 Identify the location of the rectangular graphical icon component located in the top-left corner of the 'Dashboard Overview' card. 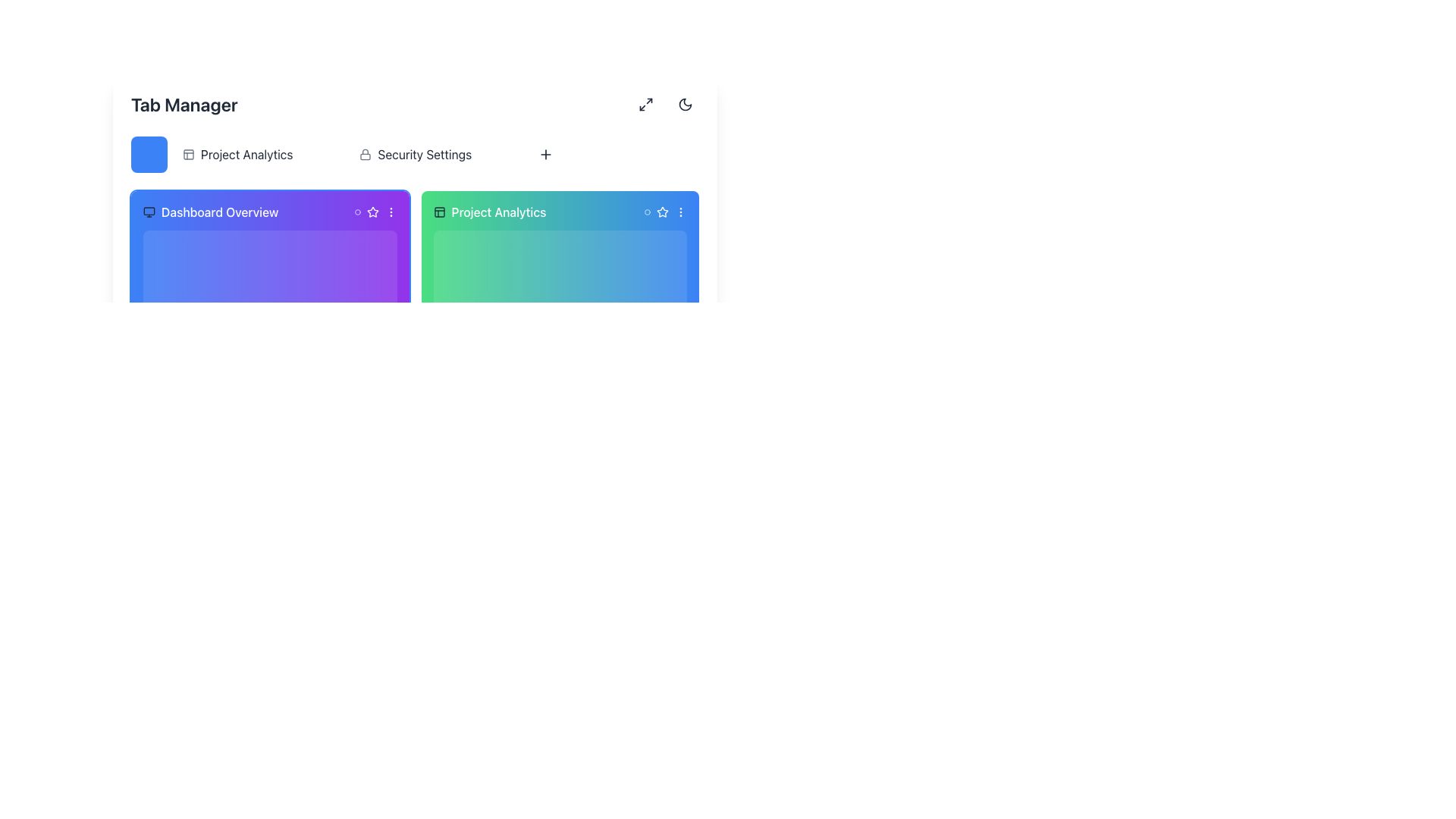
(149, 210).